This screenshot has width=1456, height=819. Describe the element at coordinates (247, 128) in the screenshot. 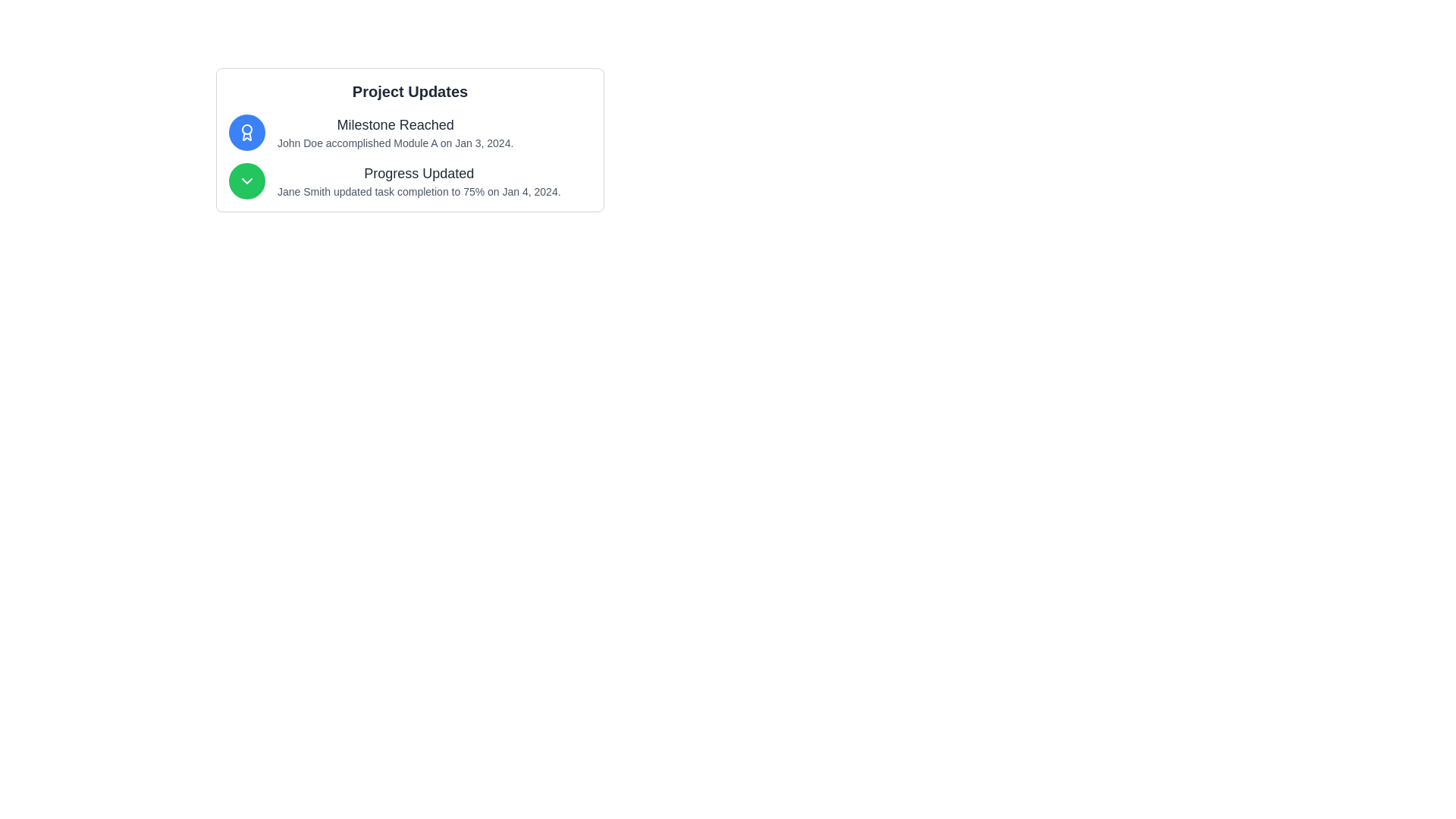

I see `the central circular SVG element with a blue border that is part of the award icon in the notification labeled 'Milestone Reached'` at that location.